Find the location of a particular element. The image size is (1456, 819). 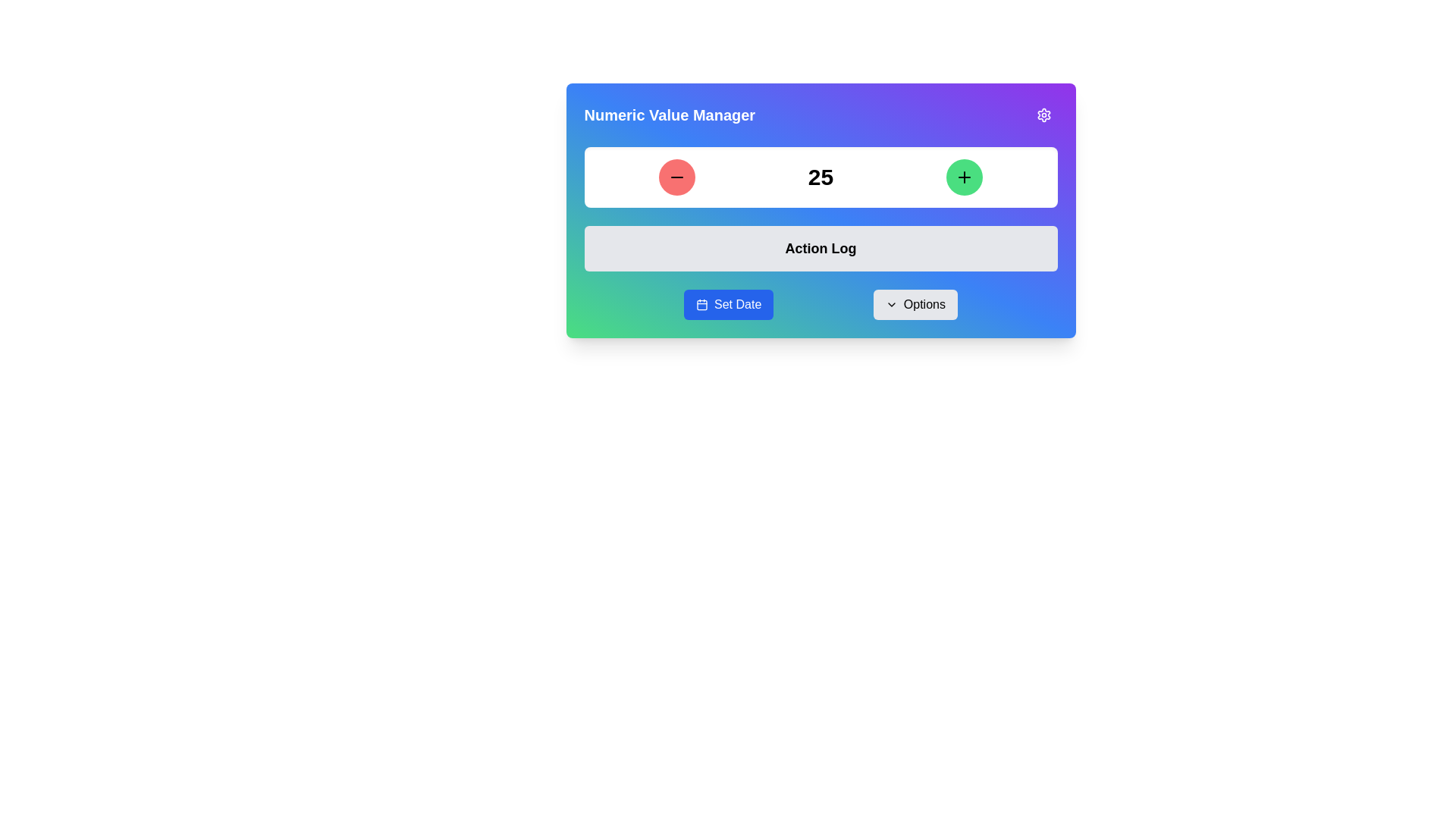

the 'Action Log' text heading, which is a rectangular section with a light gray background and bold black text, centrally located below a white section and between two buttons is located at coordinates (820, 247).